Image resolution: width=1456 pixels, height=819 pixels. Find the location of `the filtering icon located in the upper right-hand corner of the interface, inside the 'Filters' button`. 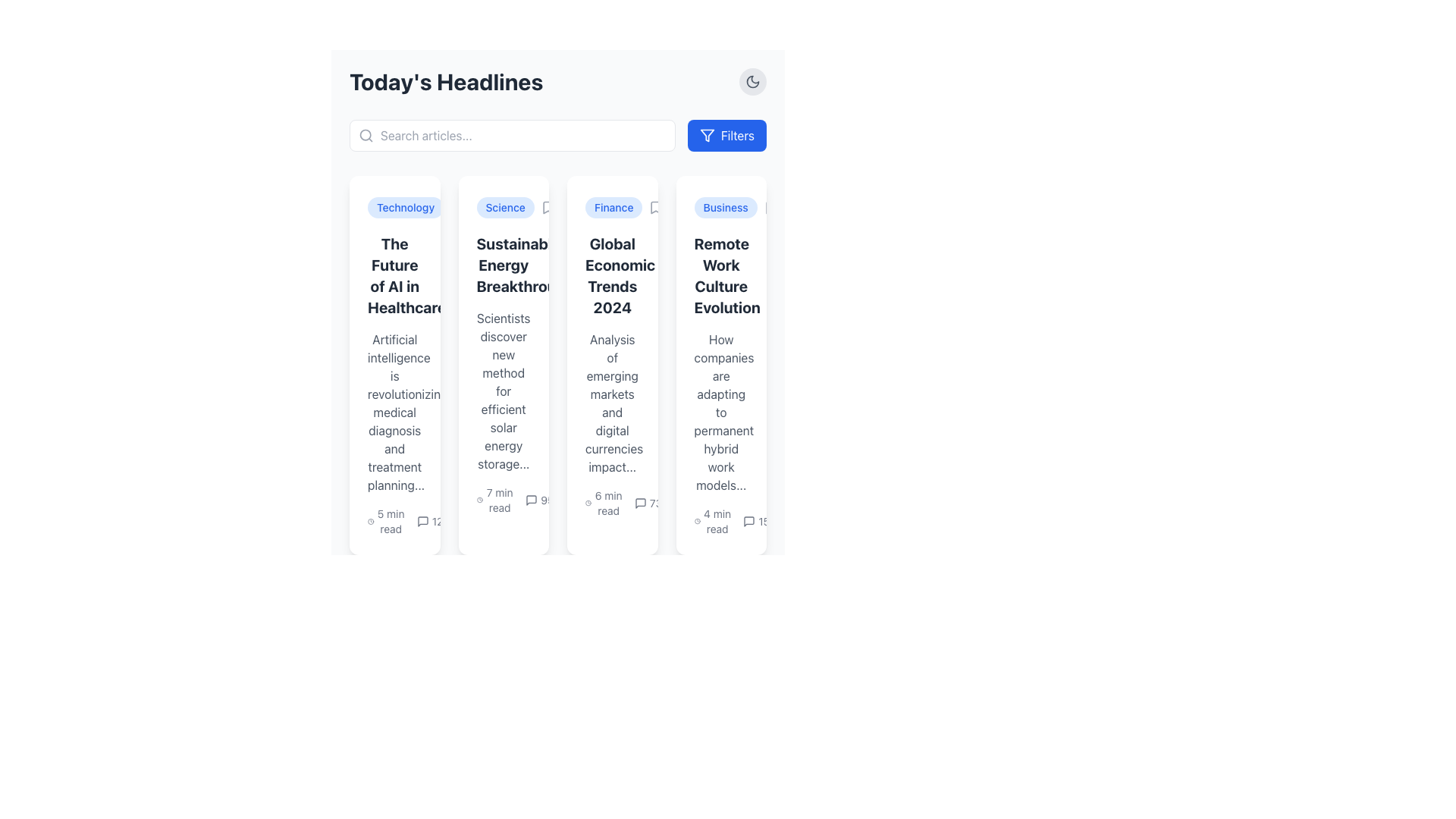

the filtering icon located in the upper right-hand corner of the interface, inside the 'Filters' button is located at coordinates (706, 134).